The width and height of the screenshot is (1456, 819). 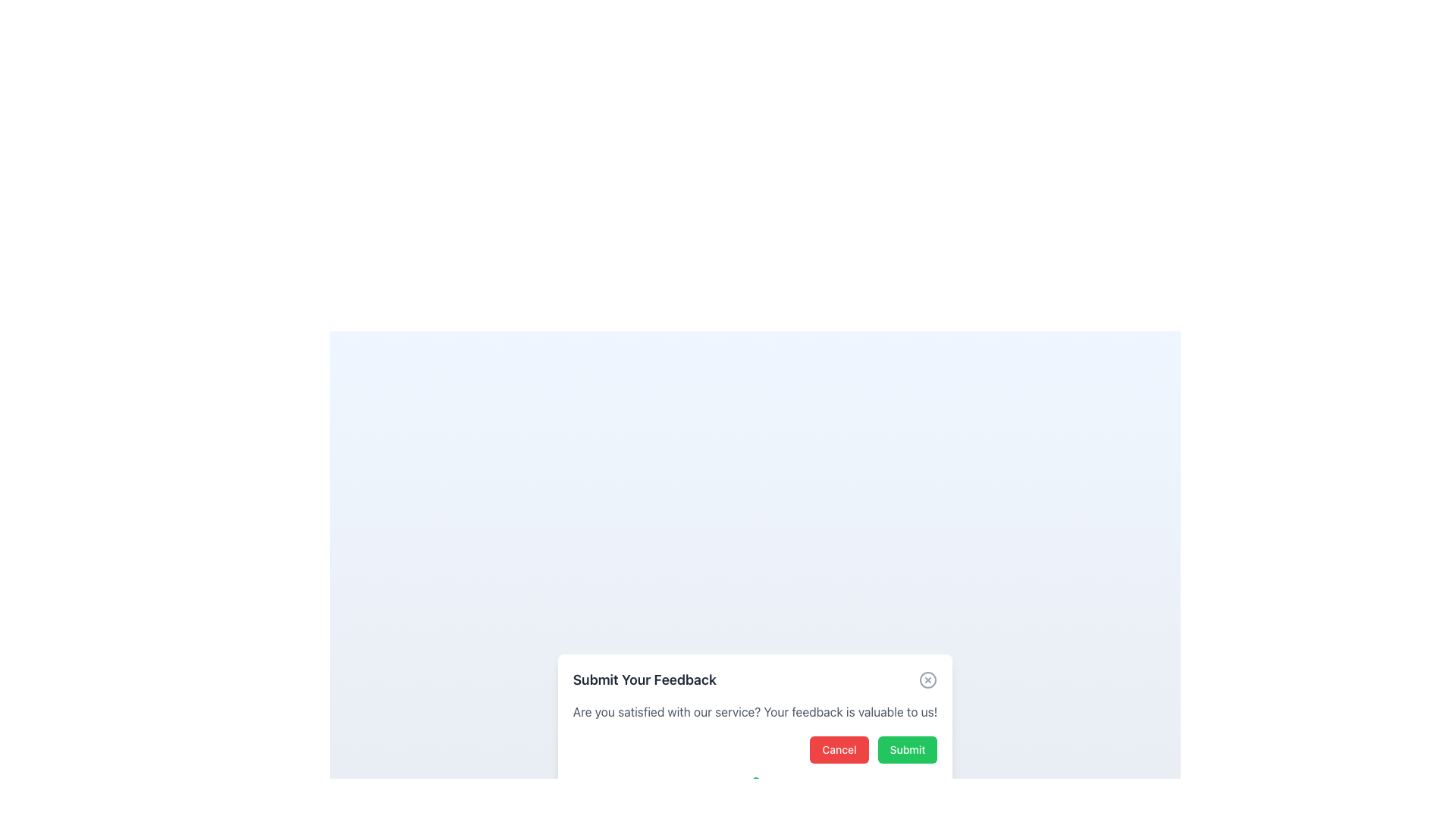 I want to click on the circular shape within the SVG graphic that serves as a cancellation or close icon adjacent to the header text of the 'Submit Your Feedback' modal, so click(x=927, y=679).